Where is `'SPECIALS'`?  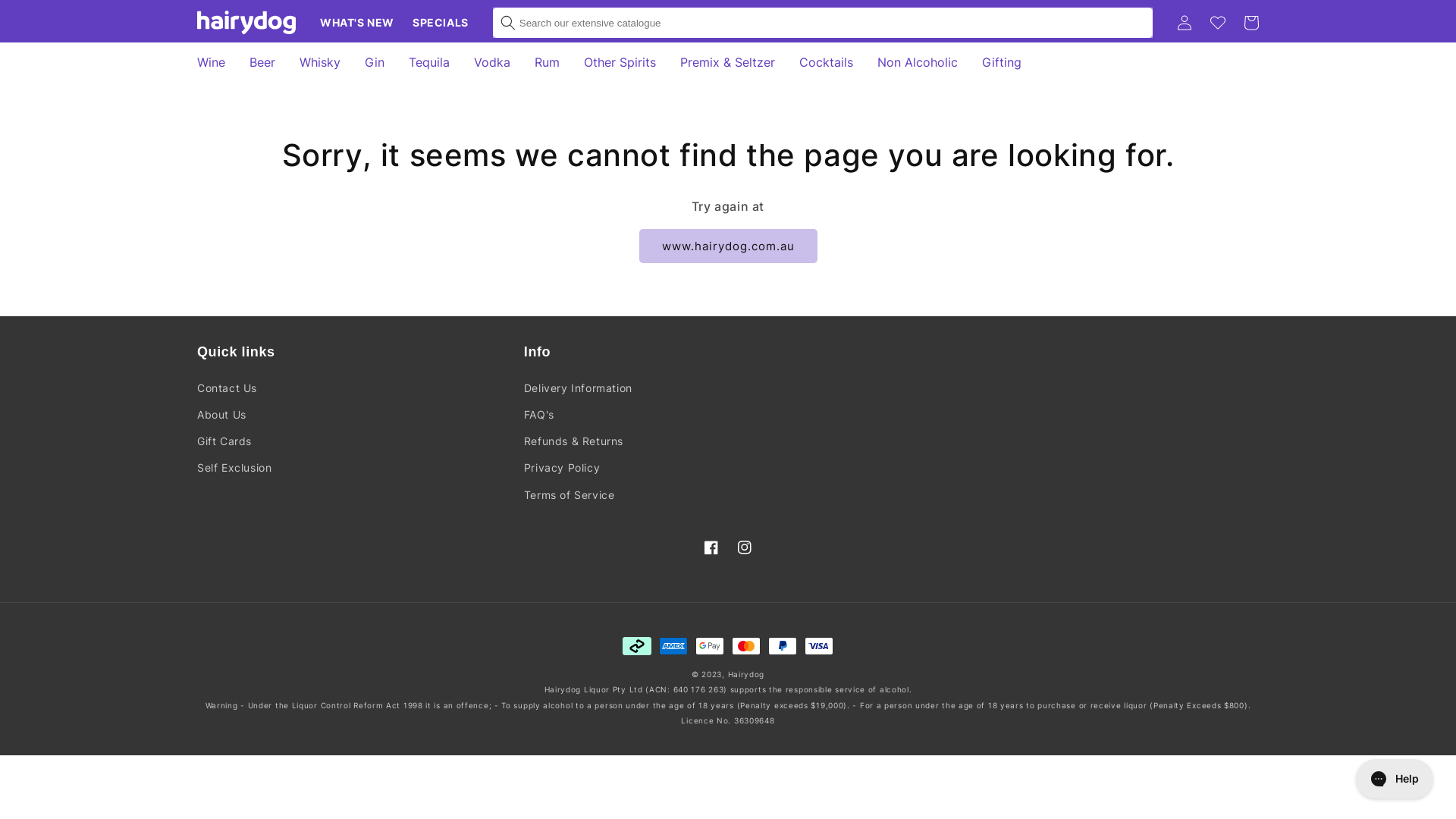
'SPECIALS' is located at coordinates (403, 23).